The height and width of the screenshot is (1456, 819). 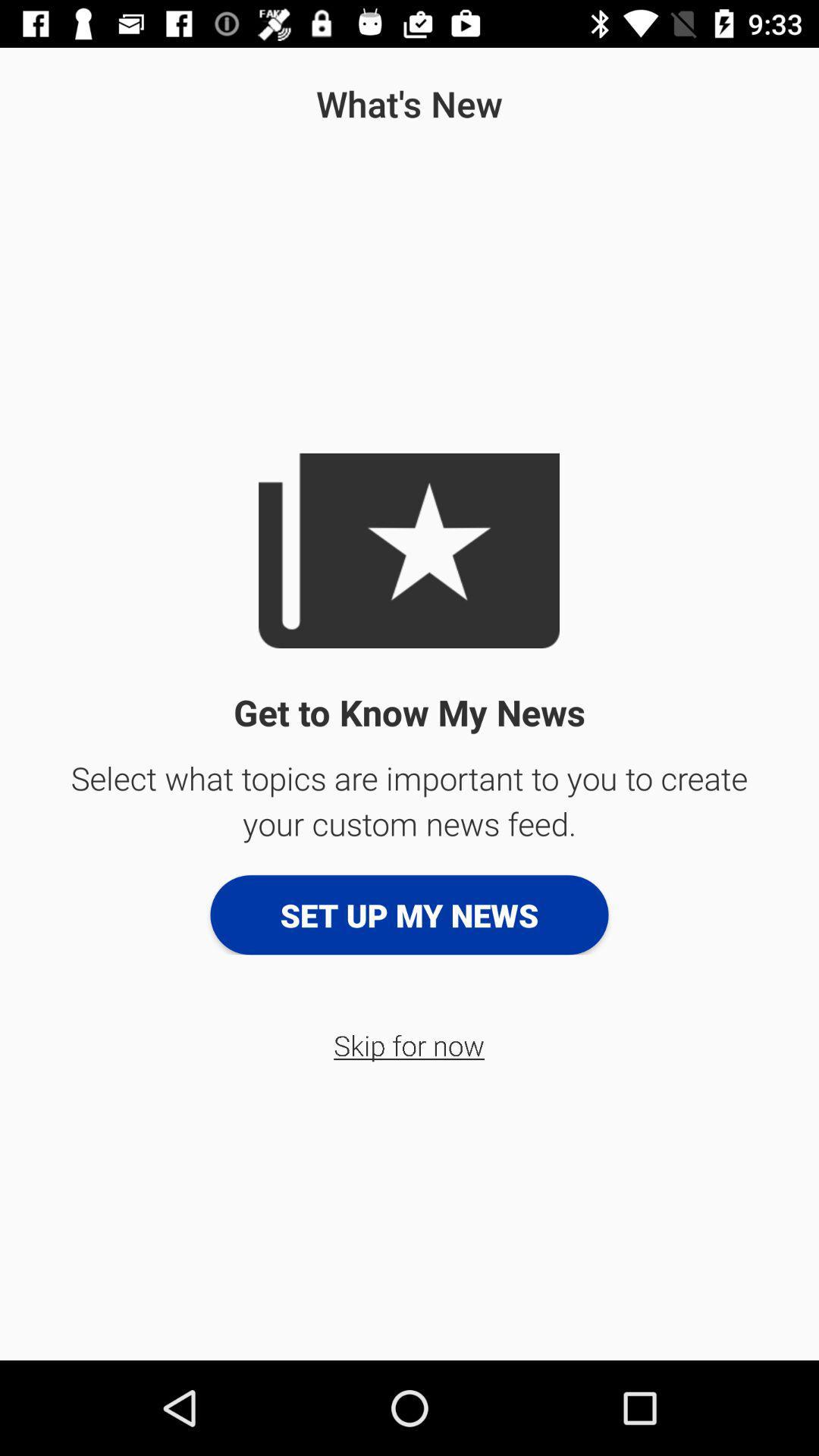 I want to click on app above skip for now item, so click(x=409, y=914).